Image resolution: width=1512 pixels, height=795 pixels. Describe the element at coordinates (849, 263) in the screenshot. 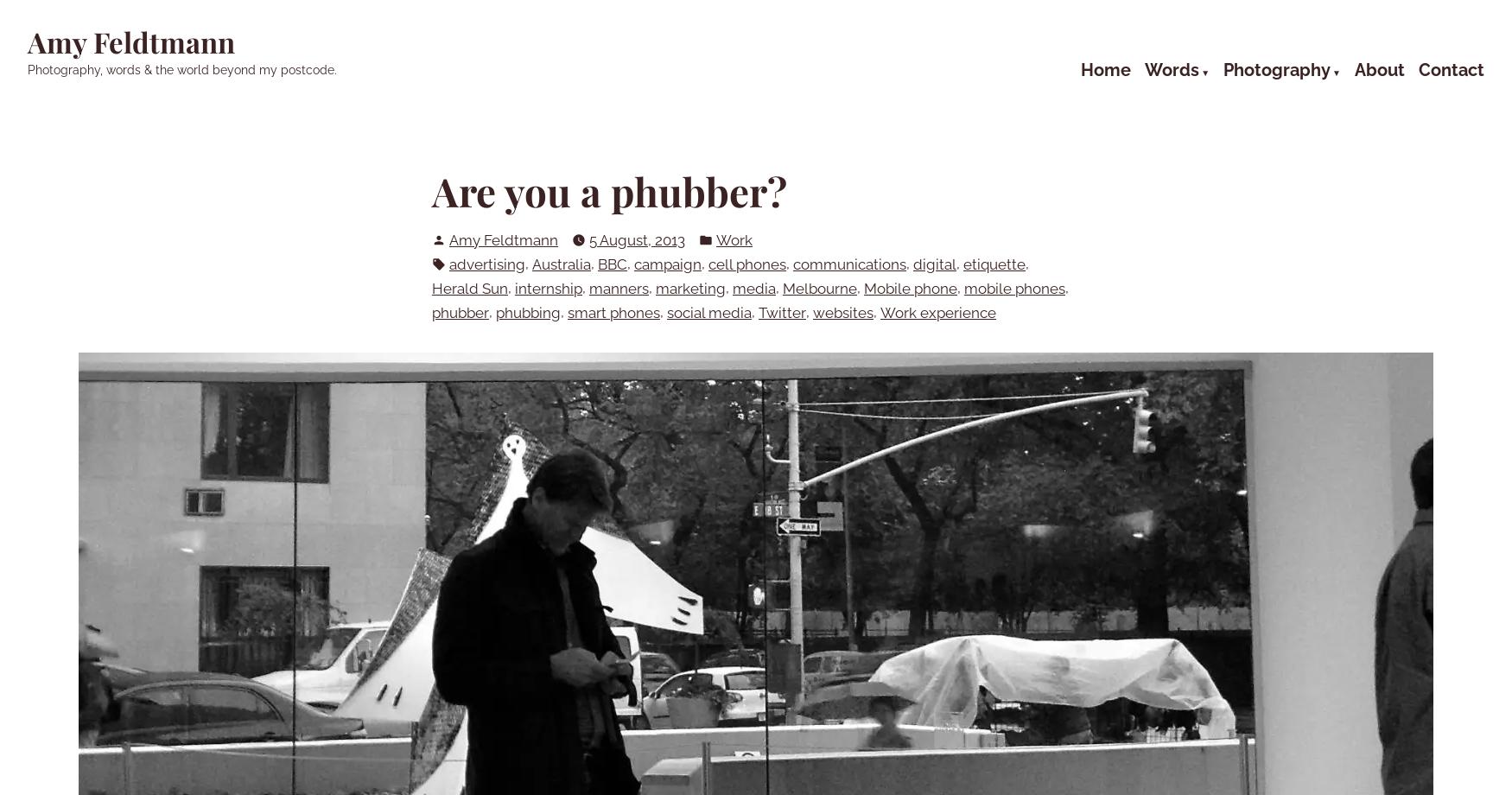

I see `'communications'` at that location.